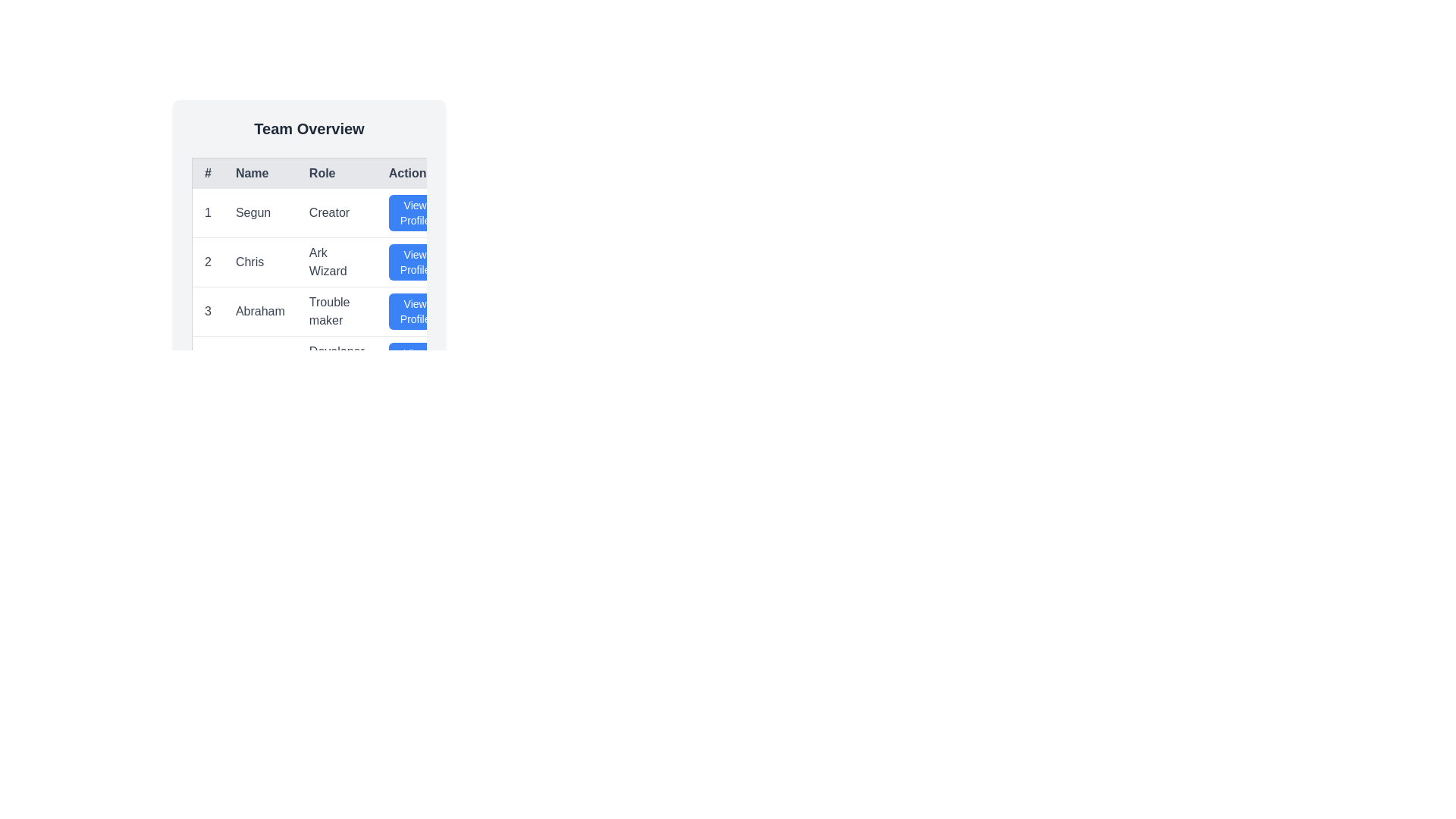 The width and height of the screenshot is (1456, 819). What do you see at coordinates (260, 213) in the screenshot?
I see `the text label displaying 'Segun' located in the first row and second column of the table under the 'Name' header` at bounding box center [260, 213].